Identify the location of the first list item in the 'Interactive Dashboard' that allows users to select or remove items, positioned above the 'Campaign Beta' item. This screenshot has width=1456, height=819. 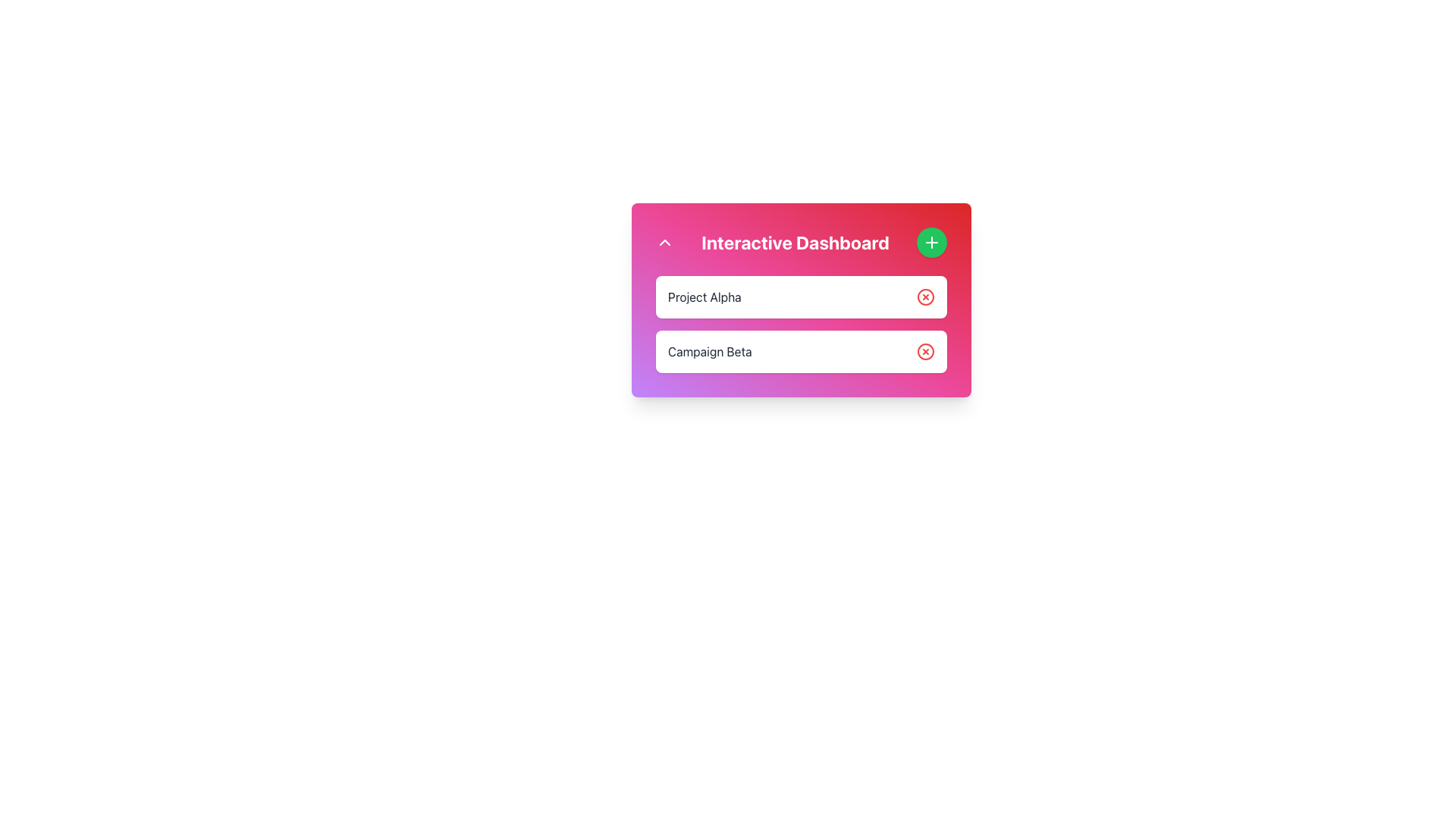
(800, 297).